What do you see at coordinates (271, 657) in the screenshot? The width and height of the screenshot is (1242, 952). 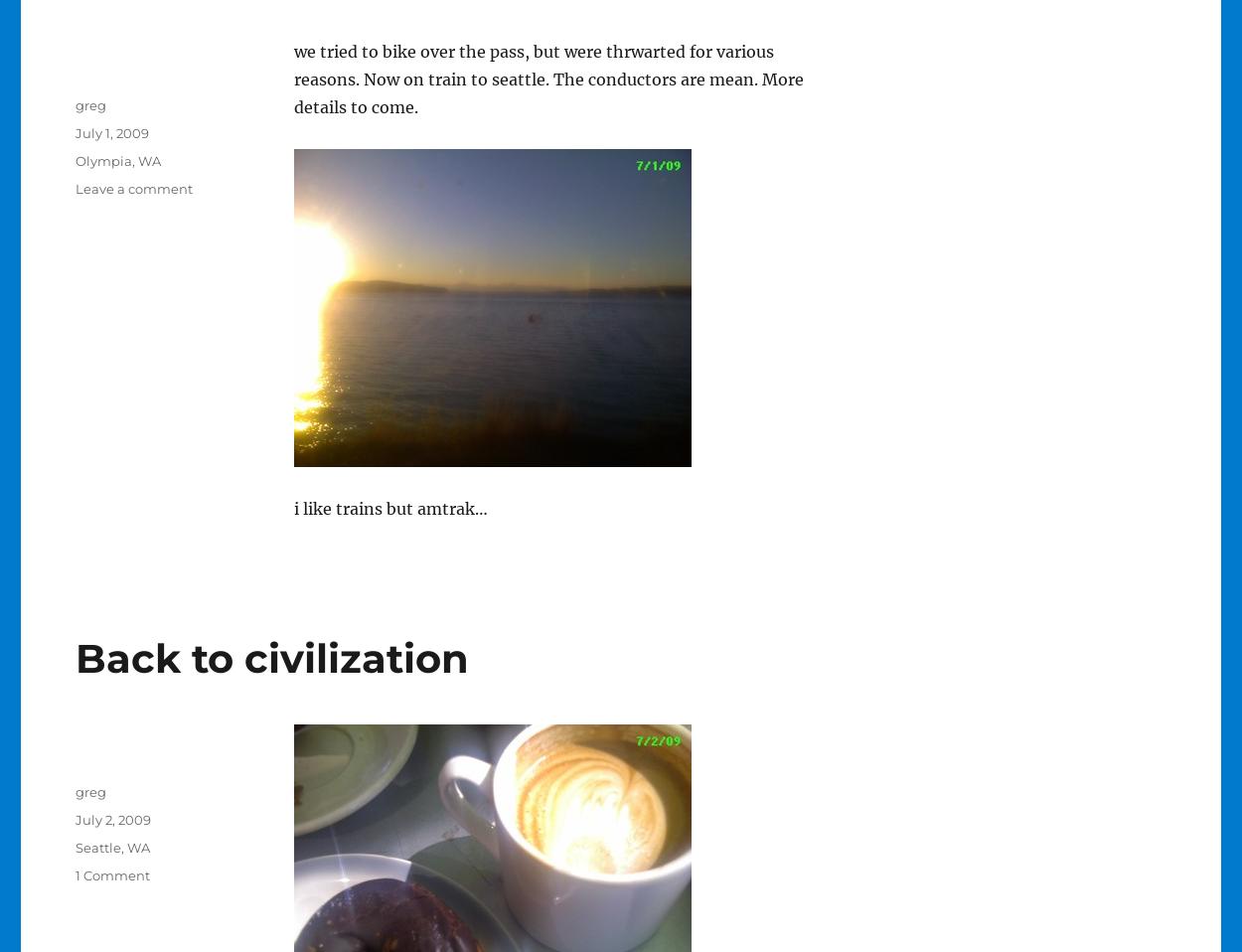 I see `'Back to civilization'` at bounding box center [271, 657].